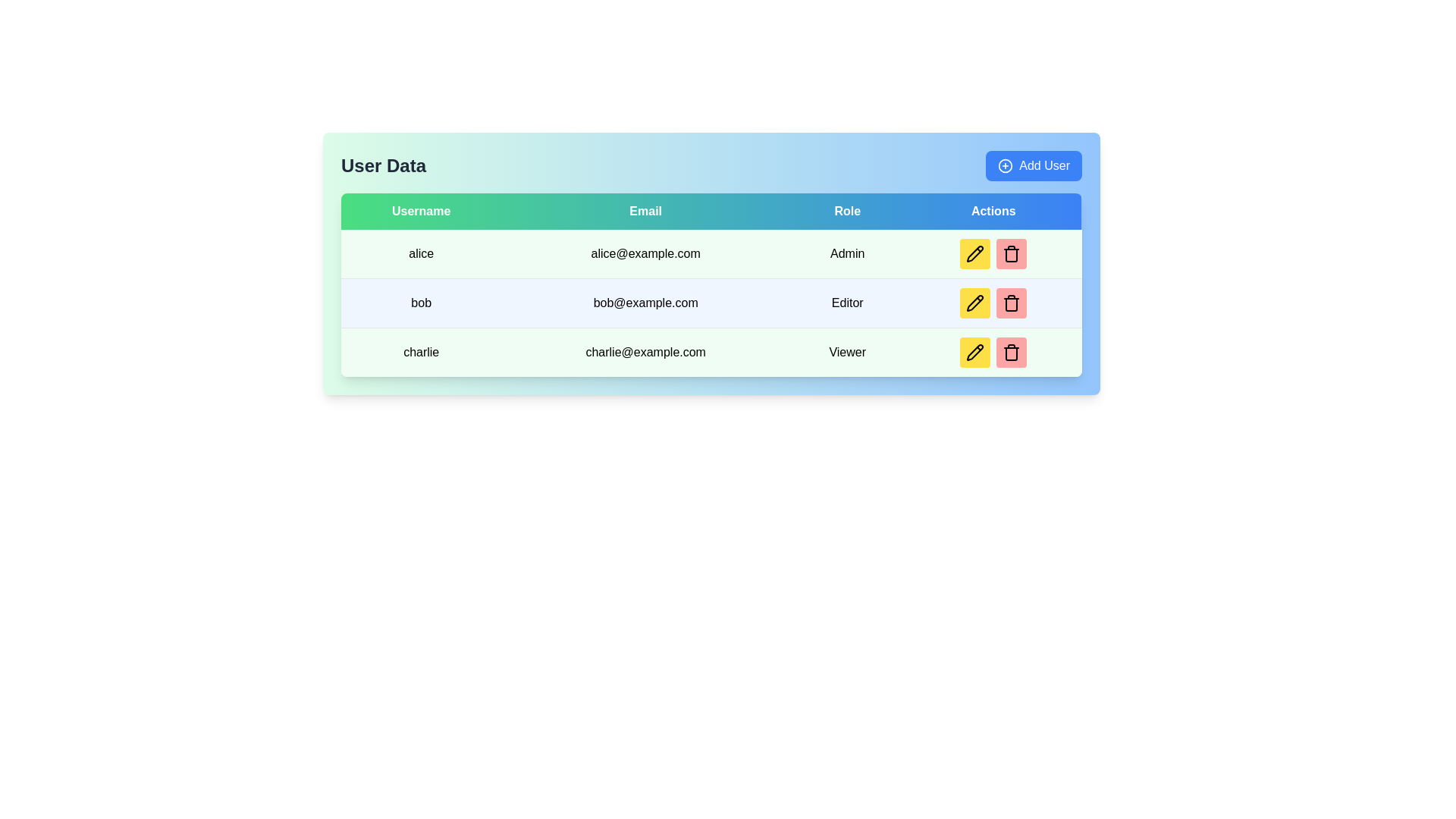  I want to click on the delete button located in the 'Actions' column of the table, specifically in the last row corresponding to the 'Viewer' role, which is the second button to the right of the yellow edit button, so click(1012, 353).